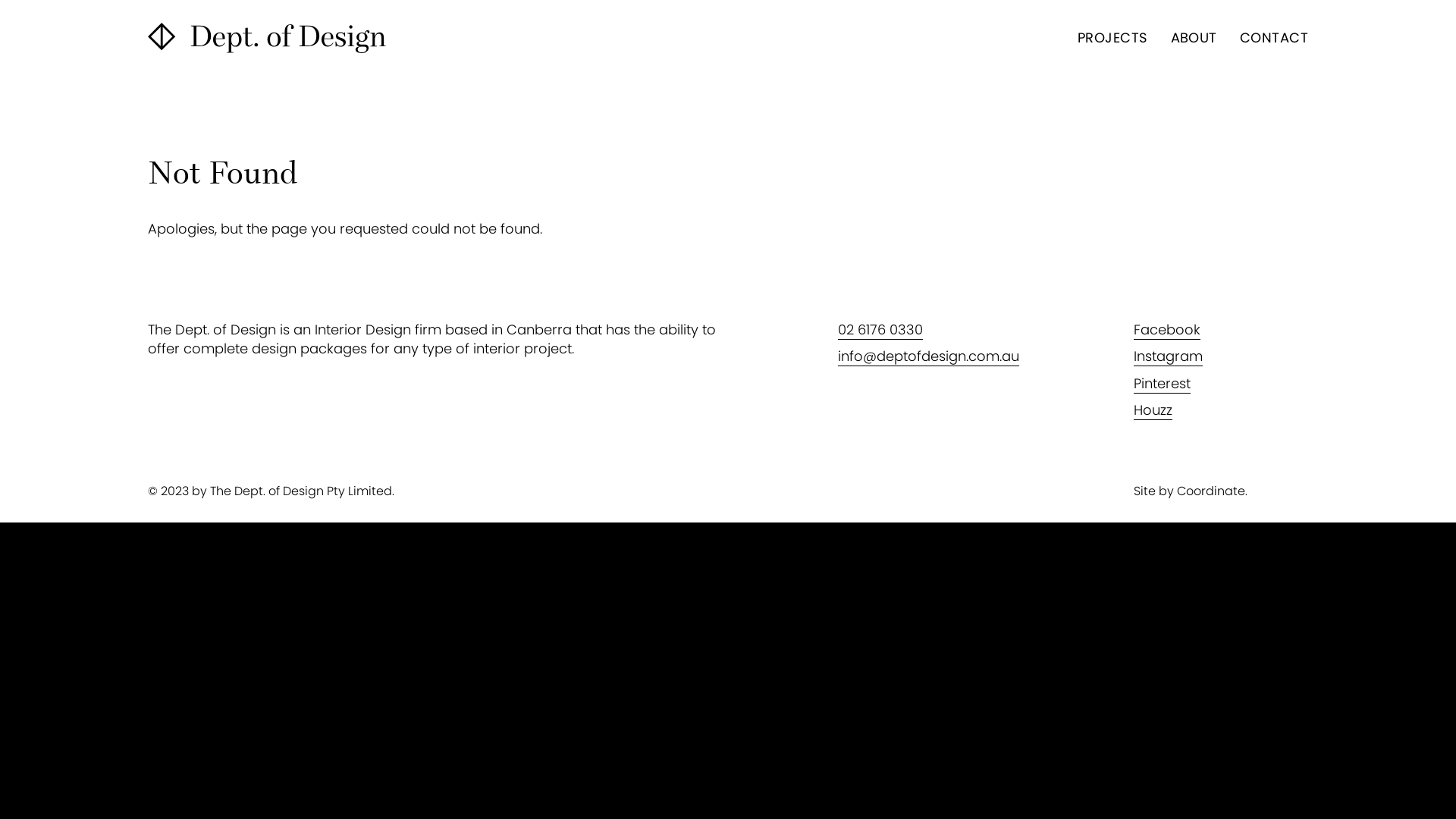  Describe the element at coordinates (927, 356) in the screenshot. I see `'info@deptofdesign.com.au'` at that location.